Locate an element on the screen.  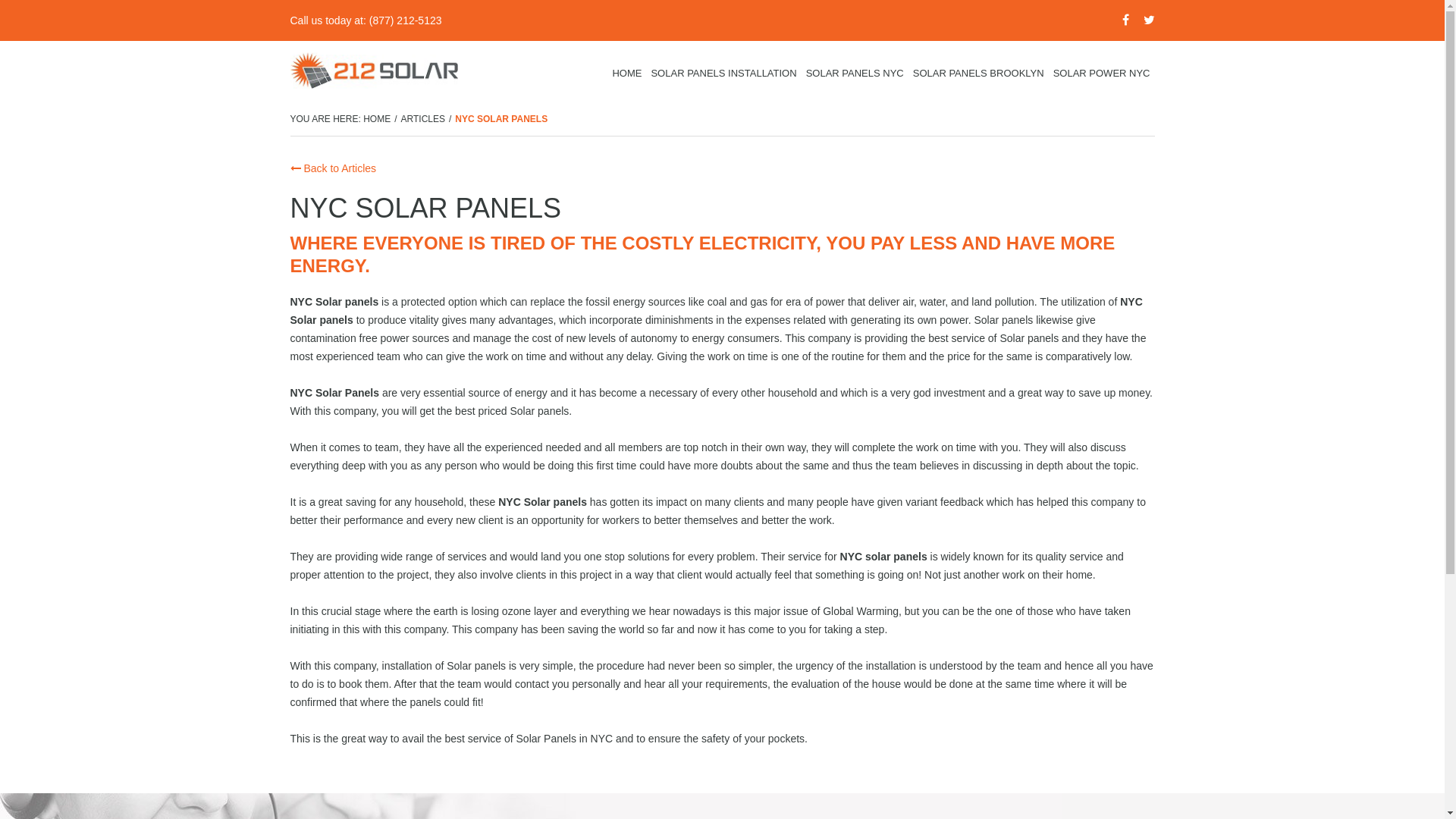
'SOLAR POWER NYC' is located at coordinates (1102, 73).